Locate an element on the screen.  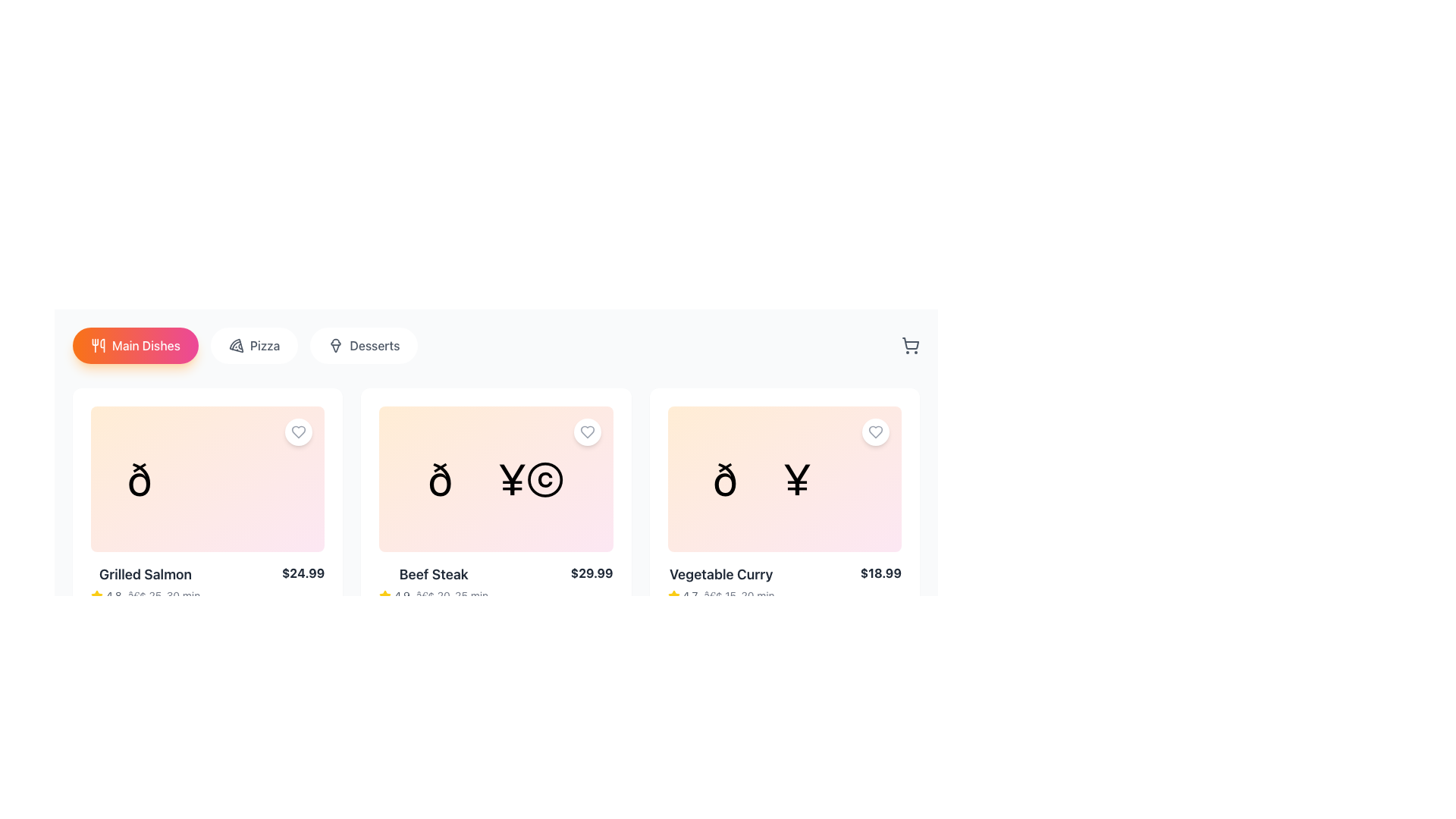
the 'Beef Steak' text label, which is a bold and large dark gray label located centrally in the second card of a horizontally aligned list of food items is located at coordinates (433, 575).